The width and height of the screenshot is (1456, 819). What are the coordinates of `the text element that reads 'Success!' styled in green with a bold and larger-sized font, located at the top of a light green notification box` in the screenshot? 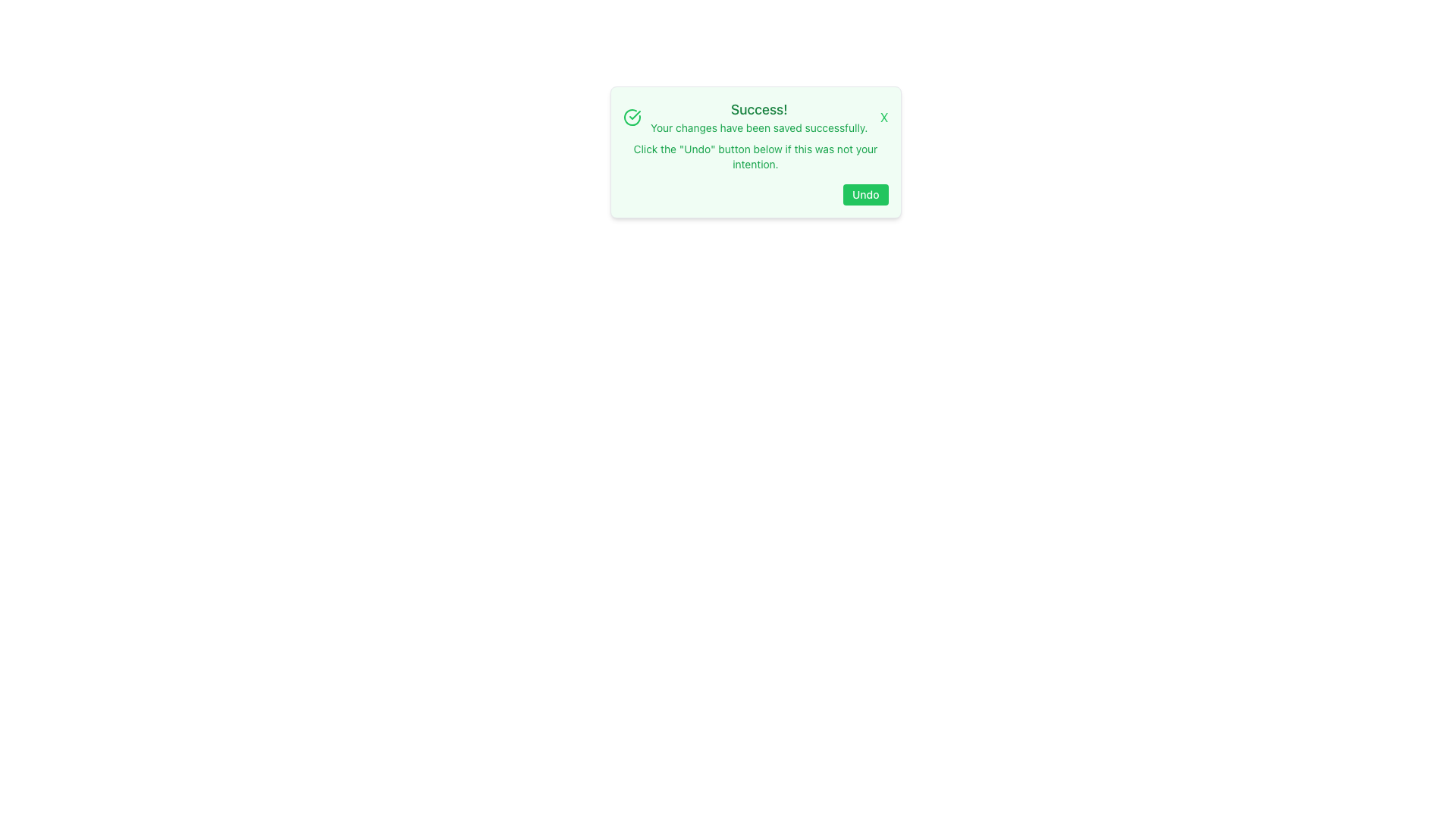 It's located at (759, 109).